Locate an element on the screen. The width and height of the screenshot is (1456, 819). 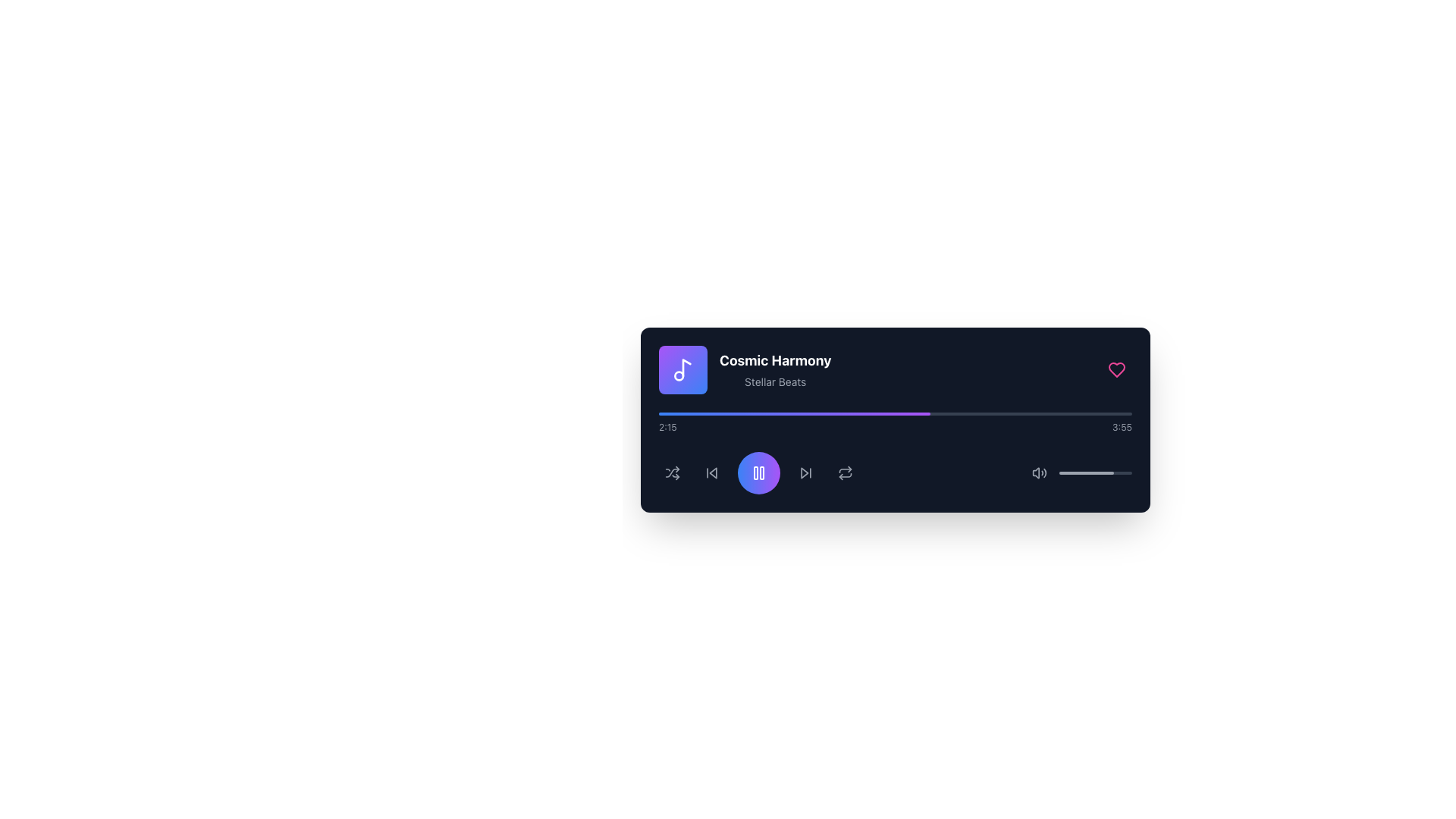
the favorite button located in the upper-right part of the music player interface, adjacent to the track information and above the progress bar is located at coordinates (1117, 370).